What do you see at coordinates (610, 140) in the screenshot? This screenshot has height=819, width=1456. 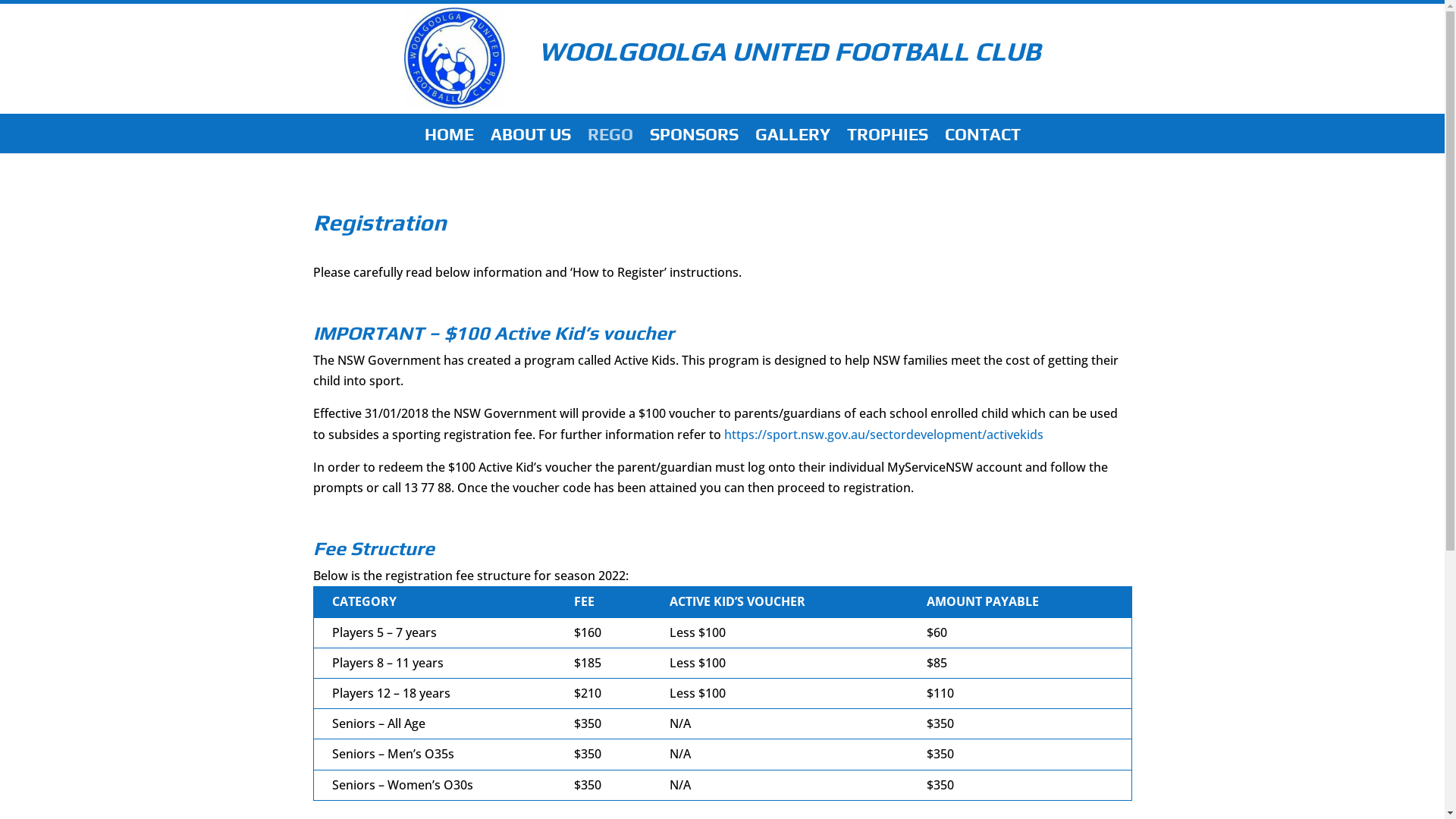 I see `'REGO'` at bounding box center [610, 140].